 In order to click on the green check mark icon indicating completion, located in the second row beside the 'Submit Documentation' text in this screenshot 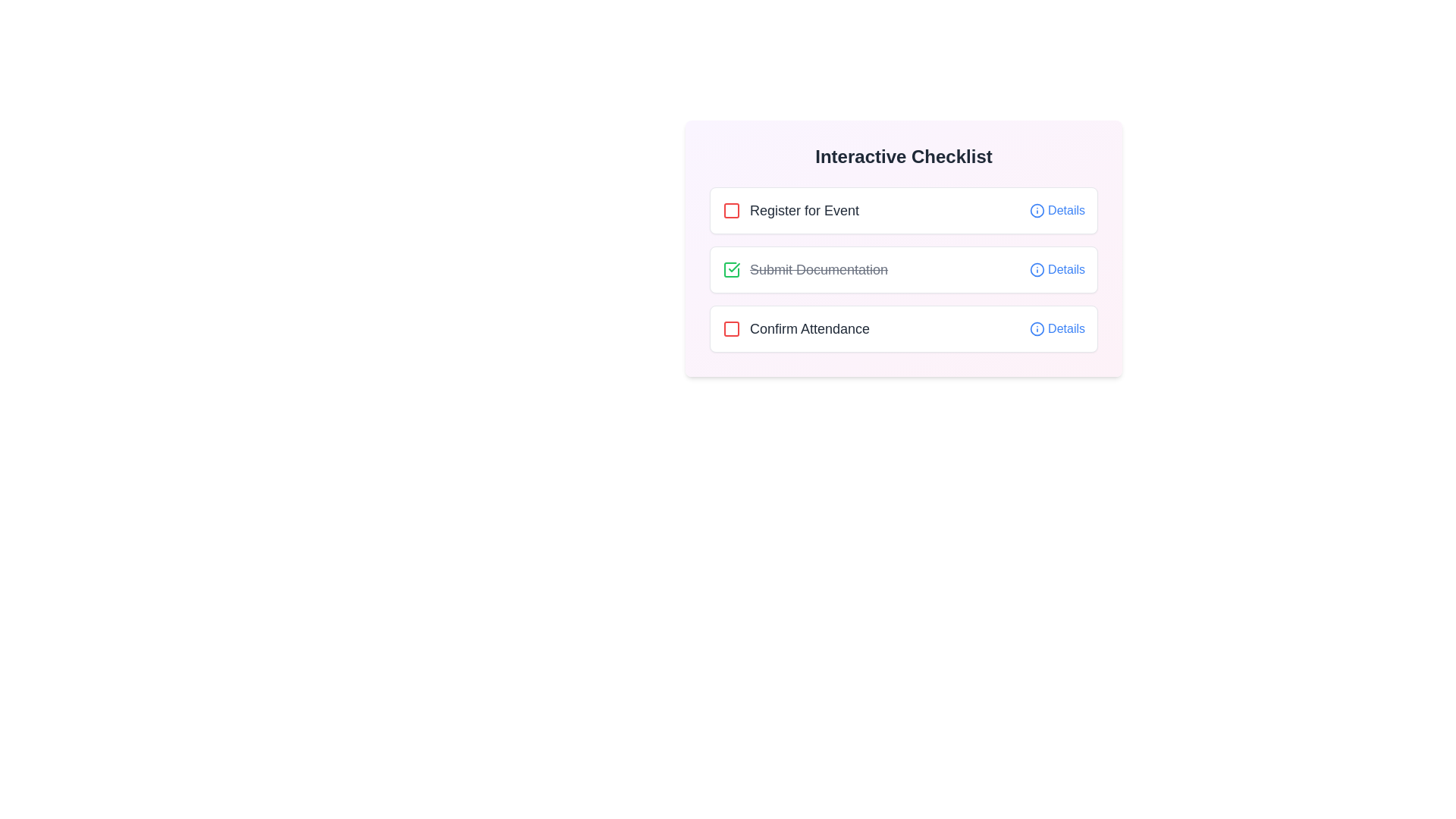, I will do `click(734, 267)`.